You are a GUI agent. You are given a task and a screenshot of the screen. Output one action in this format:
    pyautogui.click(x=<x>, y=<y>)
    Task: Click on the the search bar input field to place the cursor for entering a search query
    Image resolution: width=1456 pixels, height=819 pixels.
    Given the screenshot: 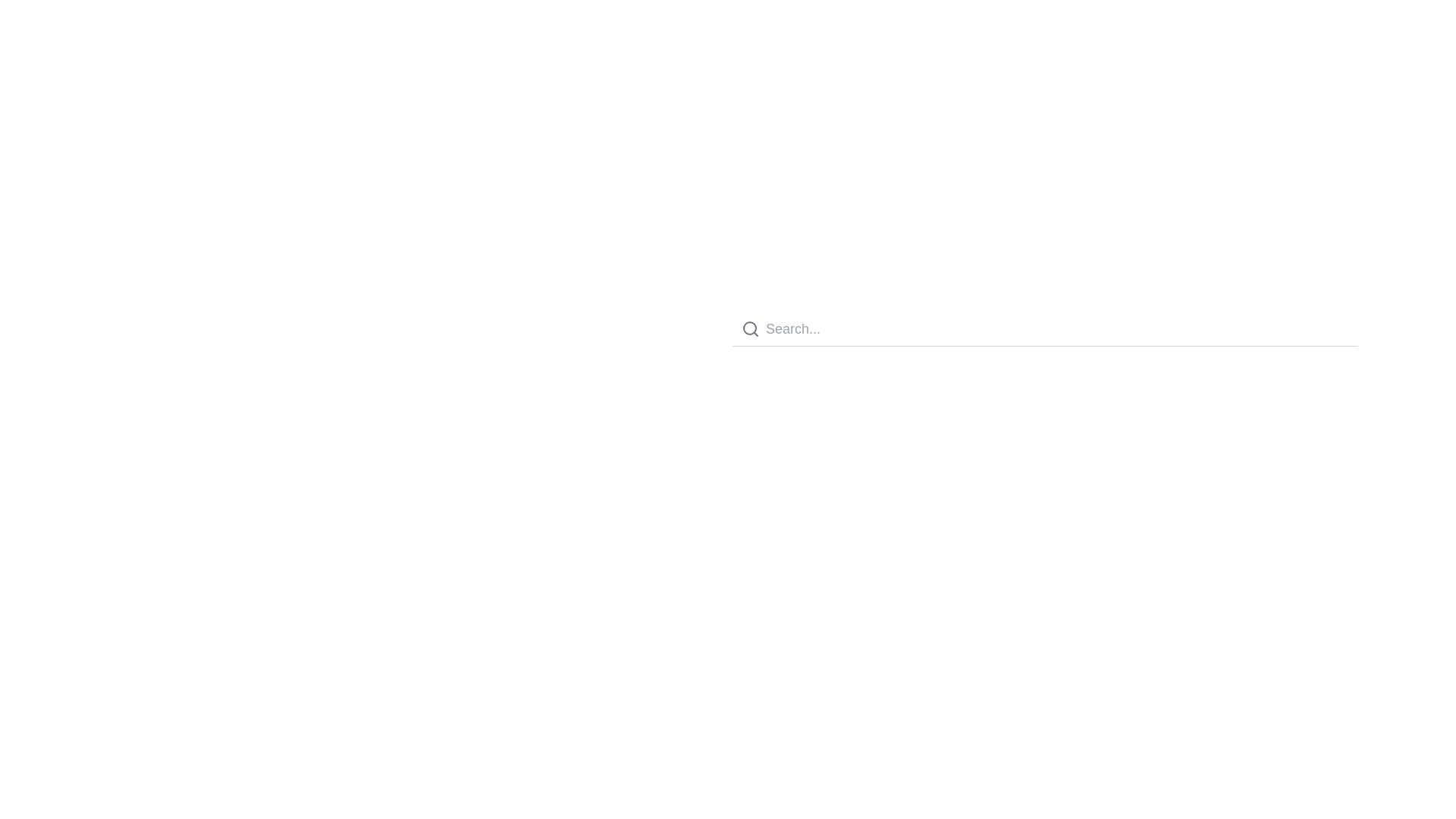 What is the action you would take?
    pyautogui.click(x=1044, y=328)
    